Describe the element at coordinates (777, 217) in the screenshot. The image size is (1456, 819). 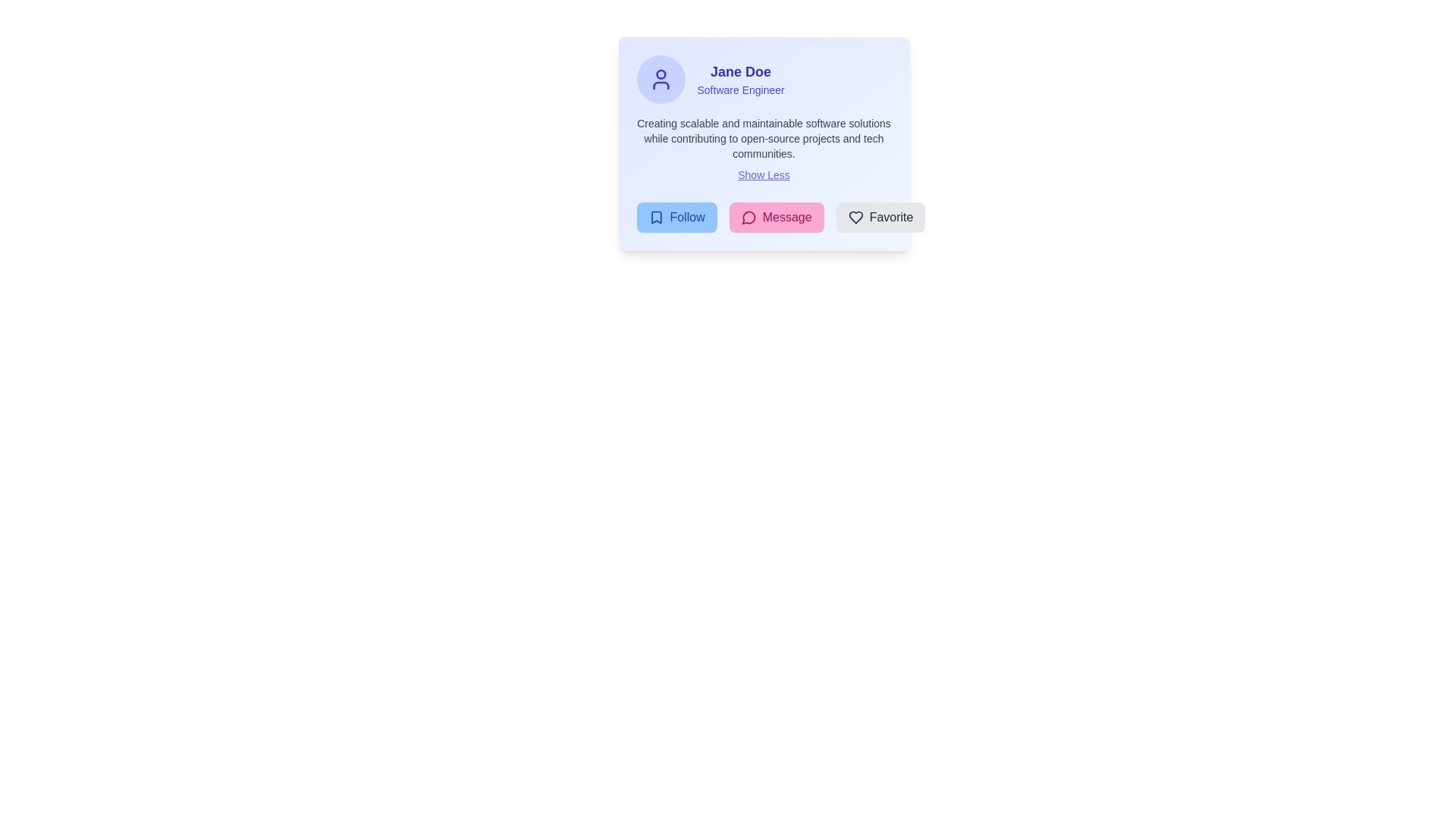
I see `the pink rectangular 'Message' button with rounded corners` at that location.